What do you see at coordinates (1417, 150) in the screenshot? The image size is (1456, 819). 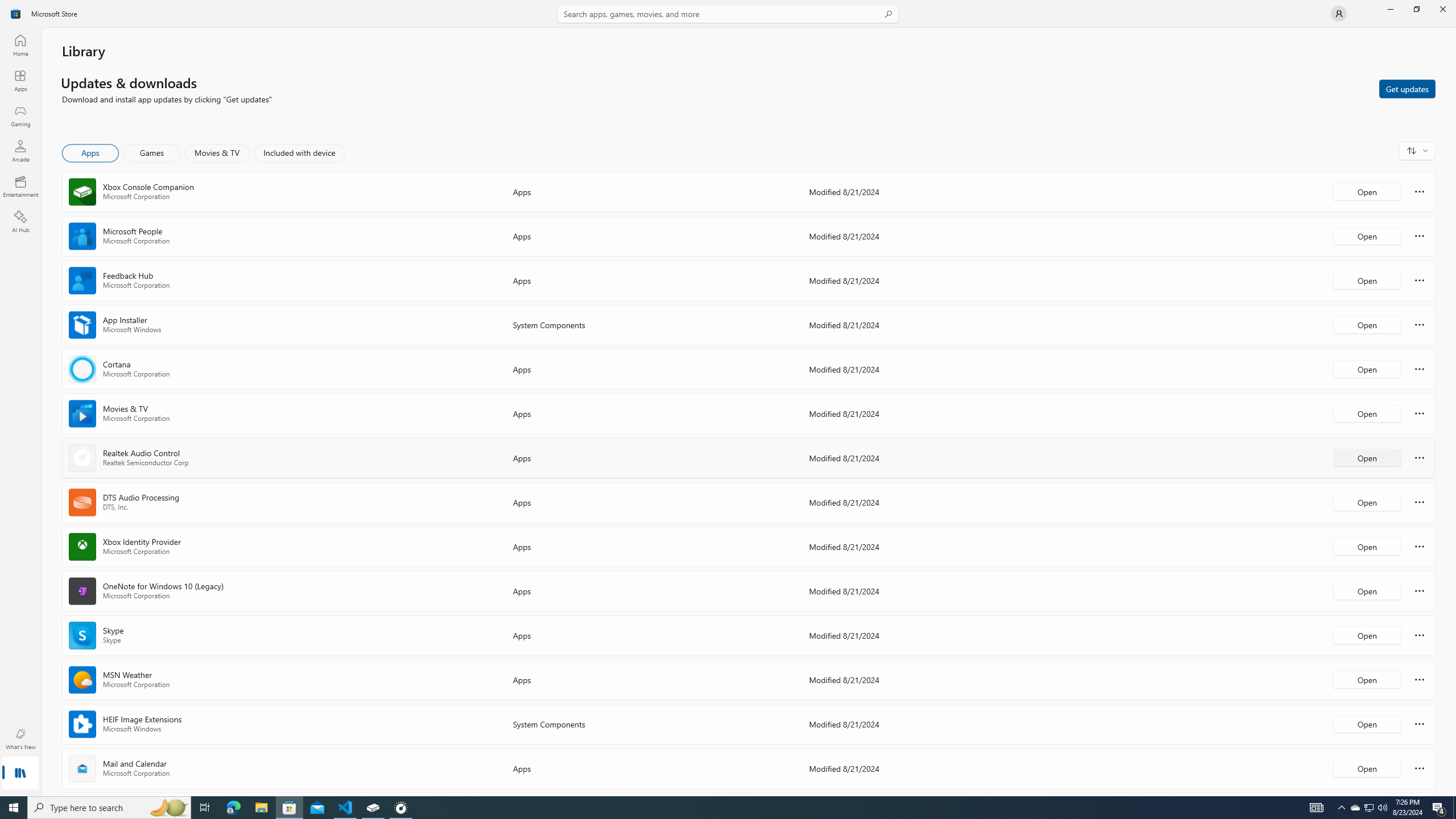 I see `'Sort and filter'` at bounding box center [1417, 150].